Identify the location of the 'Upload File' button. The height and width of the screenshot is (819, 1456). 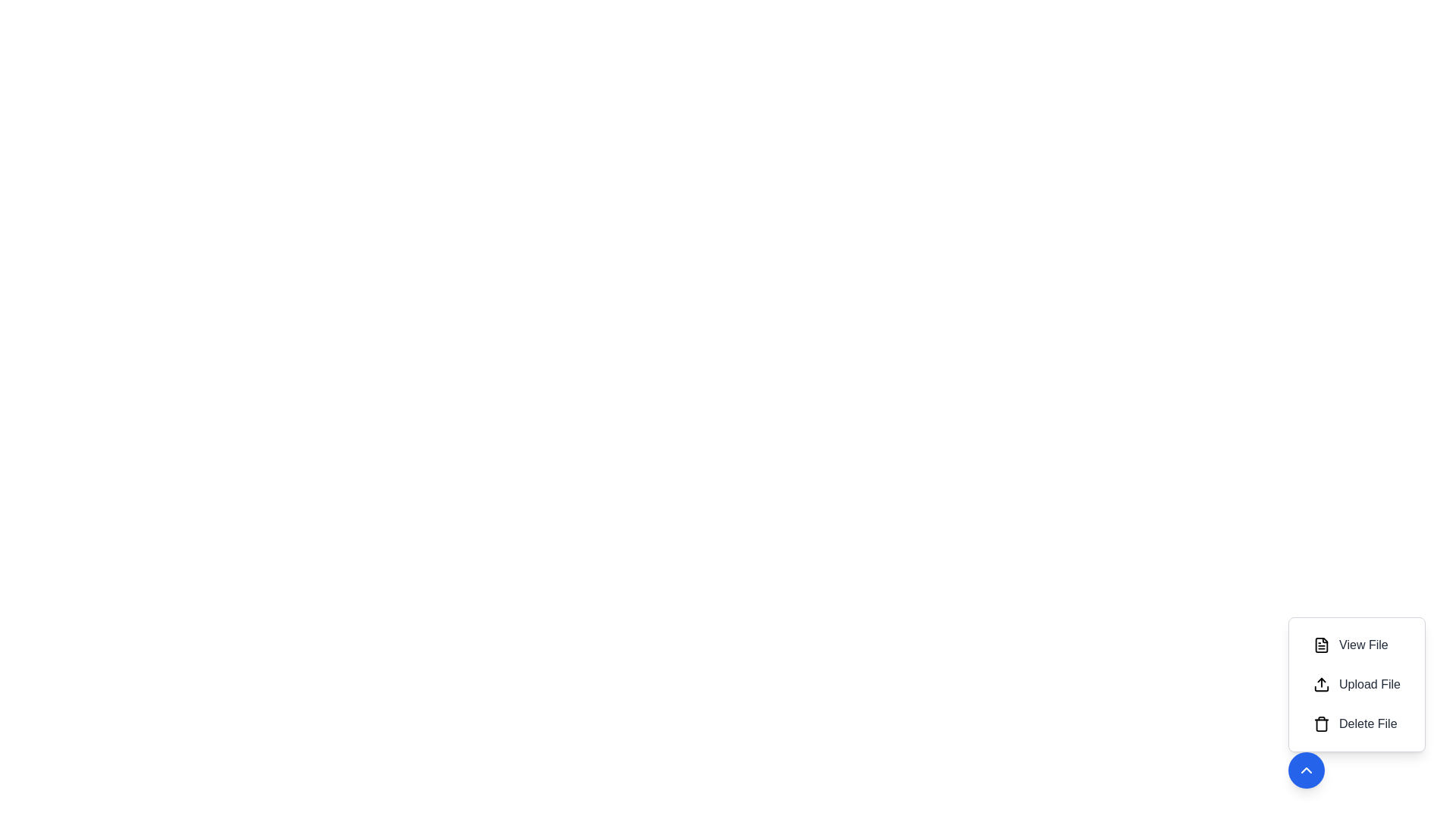
(1357, 684).